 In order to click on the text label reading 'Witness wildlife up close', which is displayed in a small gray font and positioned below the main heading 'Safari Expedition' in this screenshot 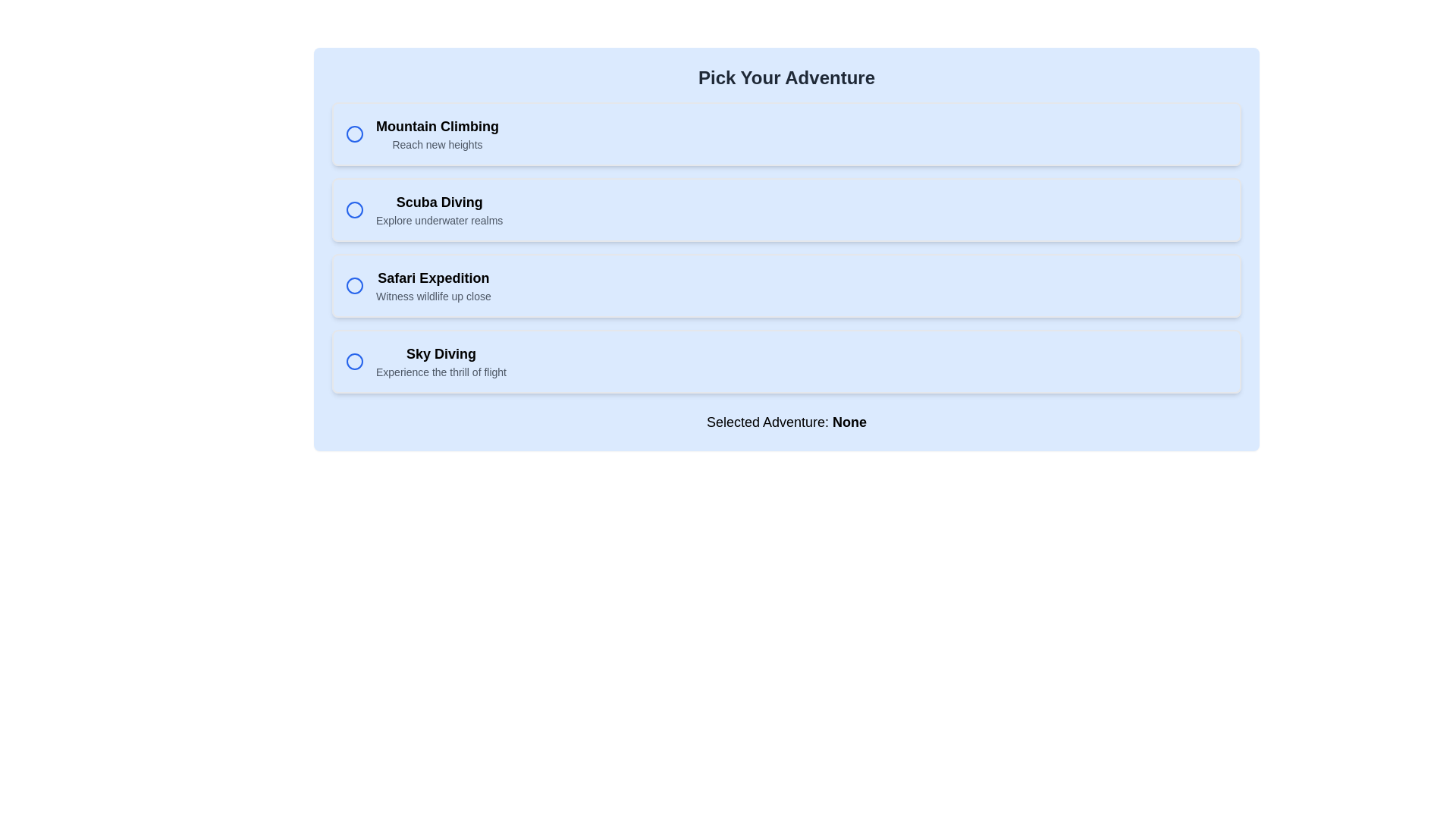, I will do `click(432, 296)`.